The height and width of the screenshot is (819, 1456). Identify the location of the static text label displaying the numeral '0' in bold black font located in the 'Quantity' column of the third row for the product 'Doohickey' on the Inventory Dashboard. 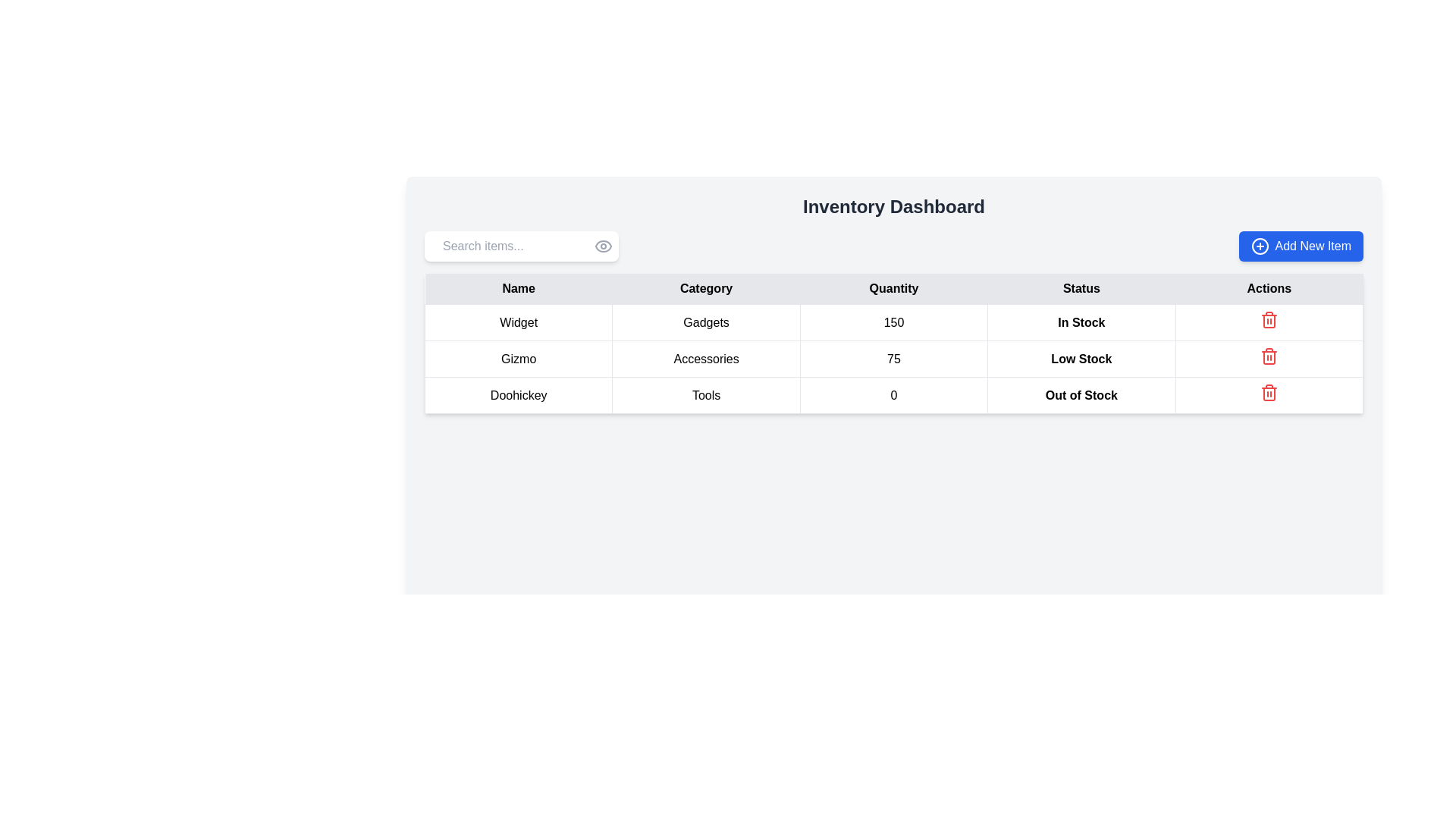
(894, 394).